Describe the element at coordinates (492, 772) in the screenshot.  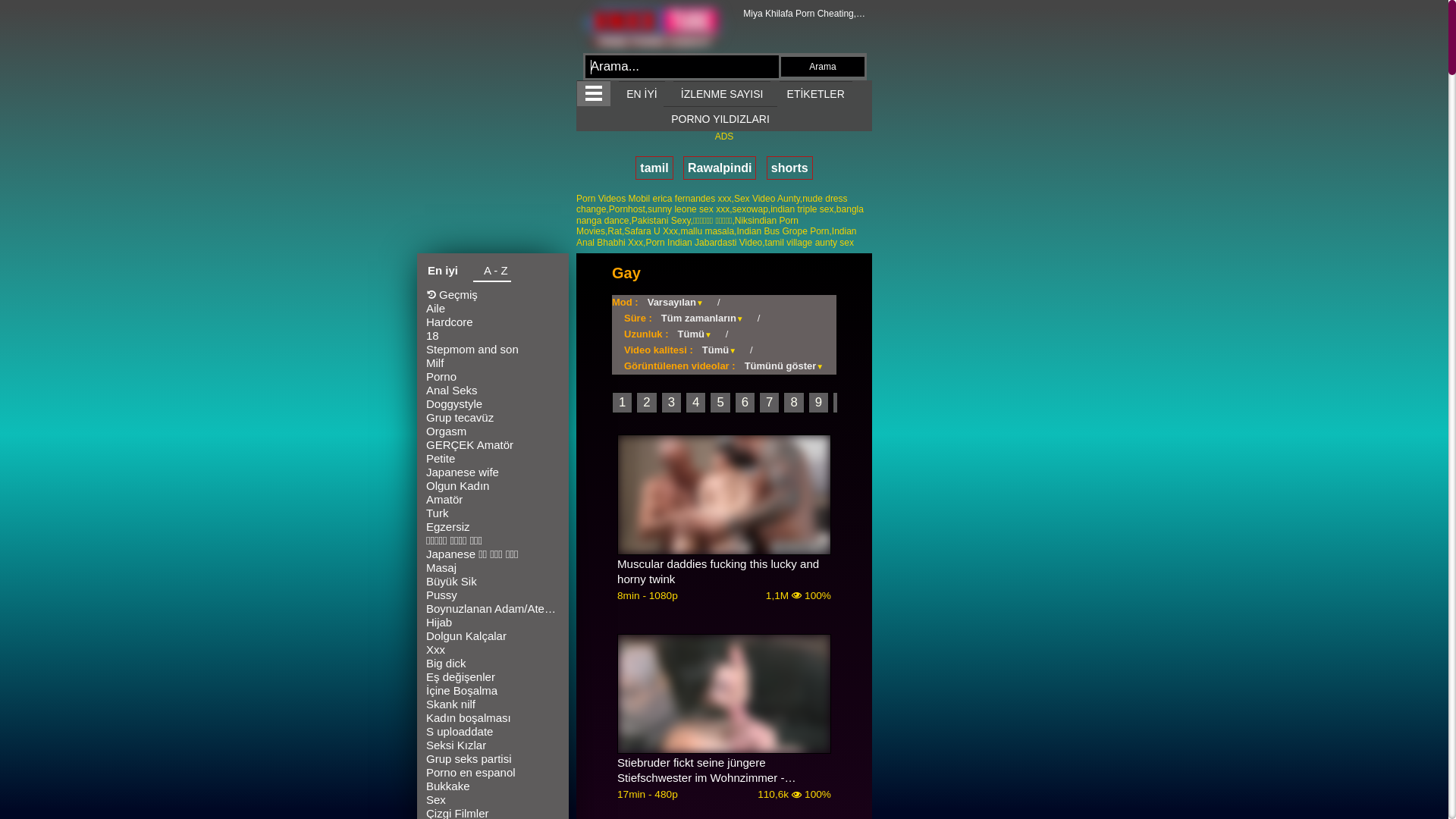
I see `'Porno en espanol'` at that location.